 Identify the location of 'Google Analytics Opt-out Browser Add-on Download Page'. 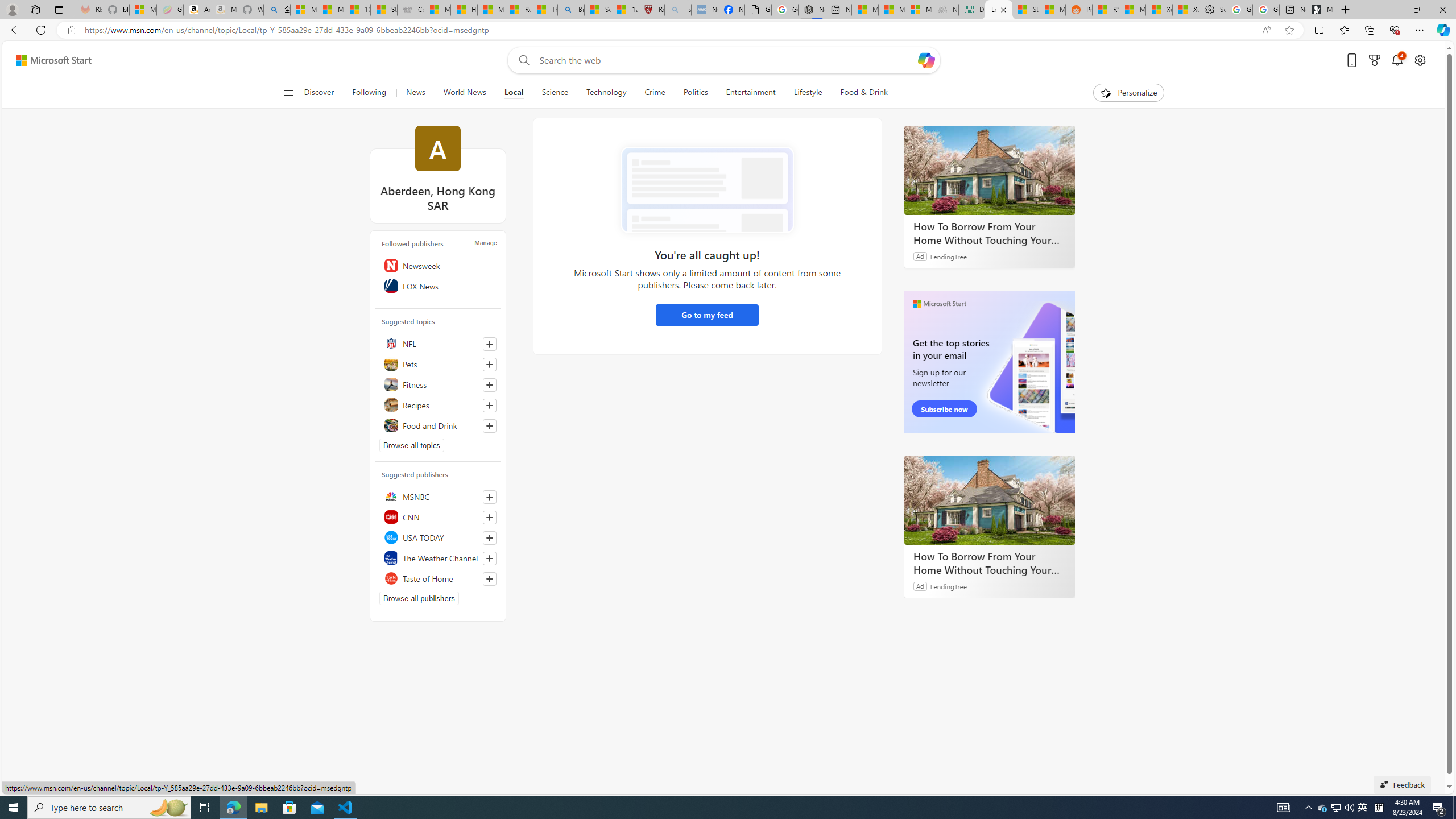
(758, 9).